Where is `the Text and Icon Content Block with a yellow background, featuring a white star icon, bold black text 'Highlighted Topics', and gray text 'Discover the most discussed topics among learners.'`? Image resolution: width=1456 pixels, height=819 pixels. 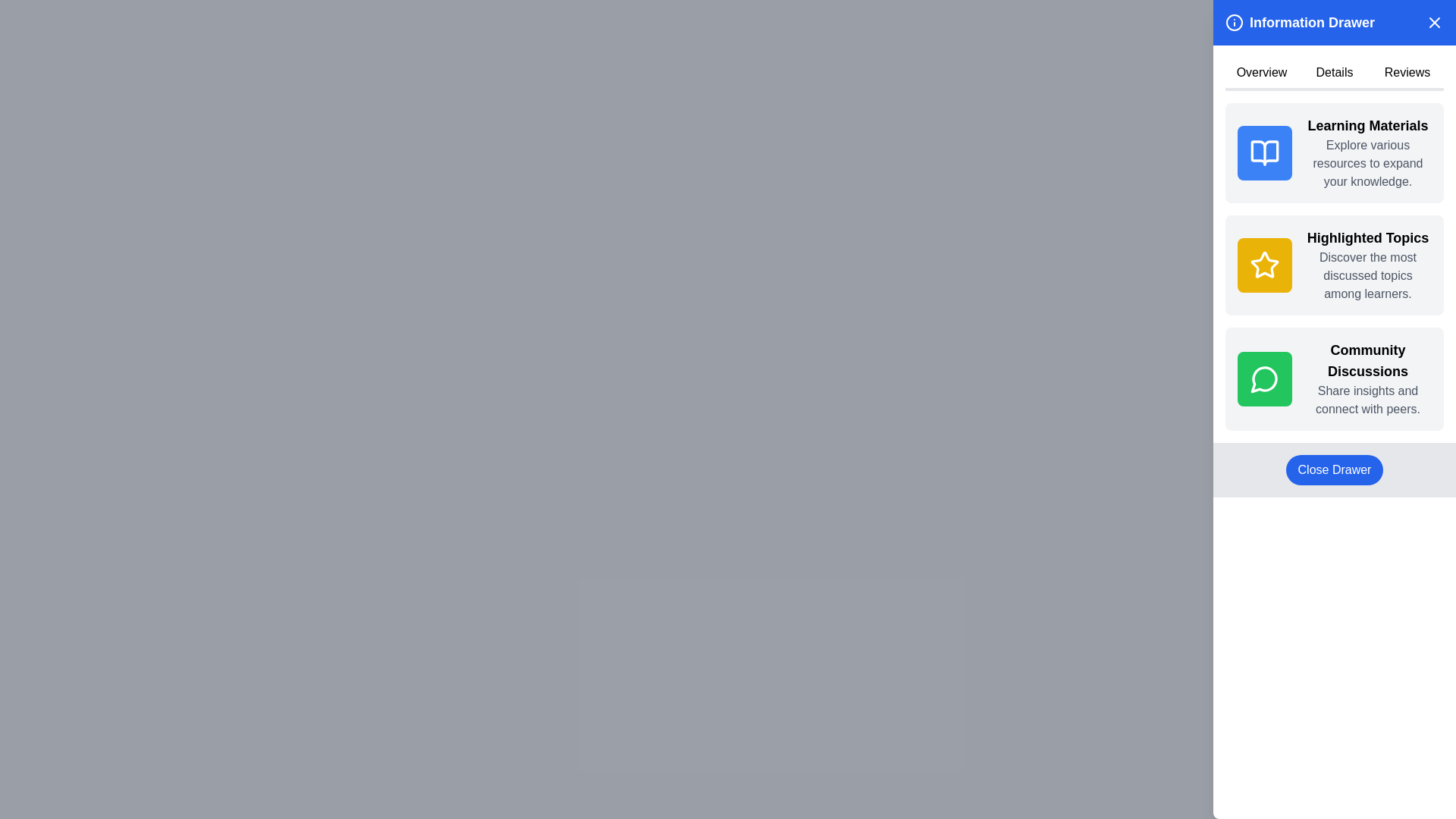 the Text and Icon Content Block with a yellow background, featuring a white star icon, bold black text 'Highlighted Topics', and gray text 'Discover the most discussed topics among learners.' is located at coordinates (1335, 265).